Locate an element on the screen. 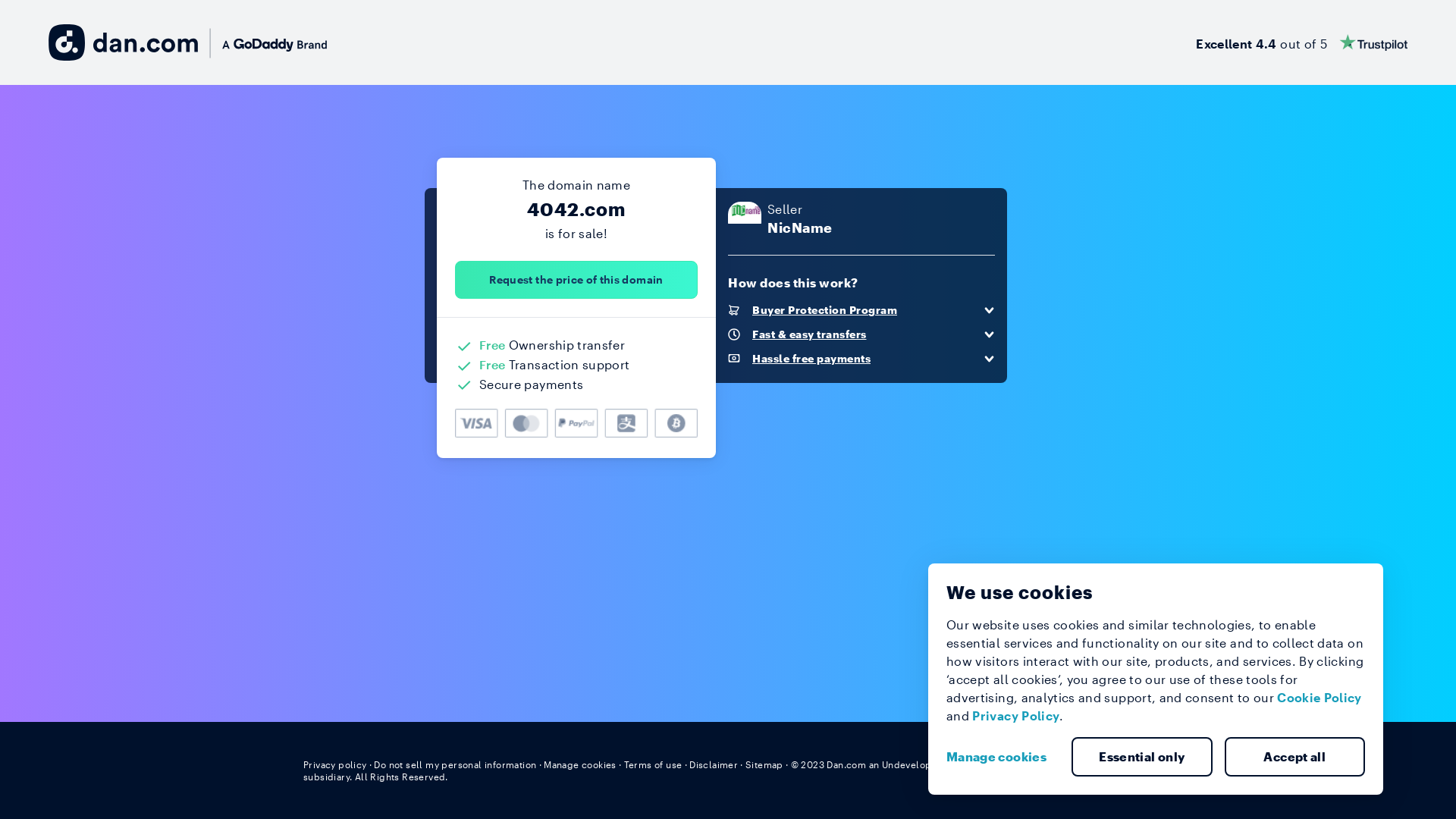  'Cookie Policy' is located at coordinates (1276, 697).